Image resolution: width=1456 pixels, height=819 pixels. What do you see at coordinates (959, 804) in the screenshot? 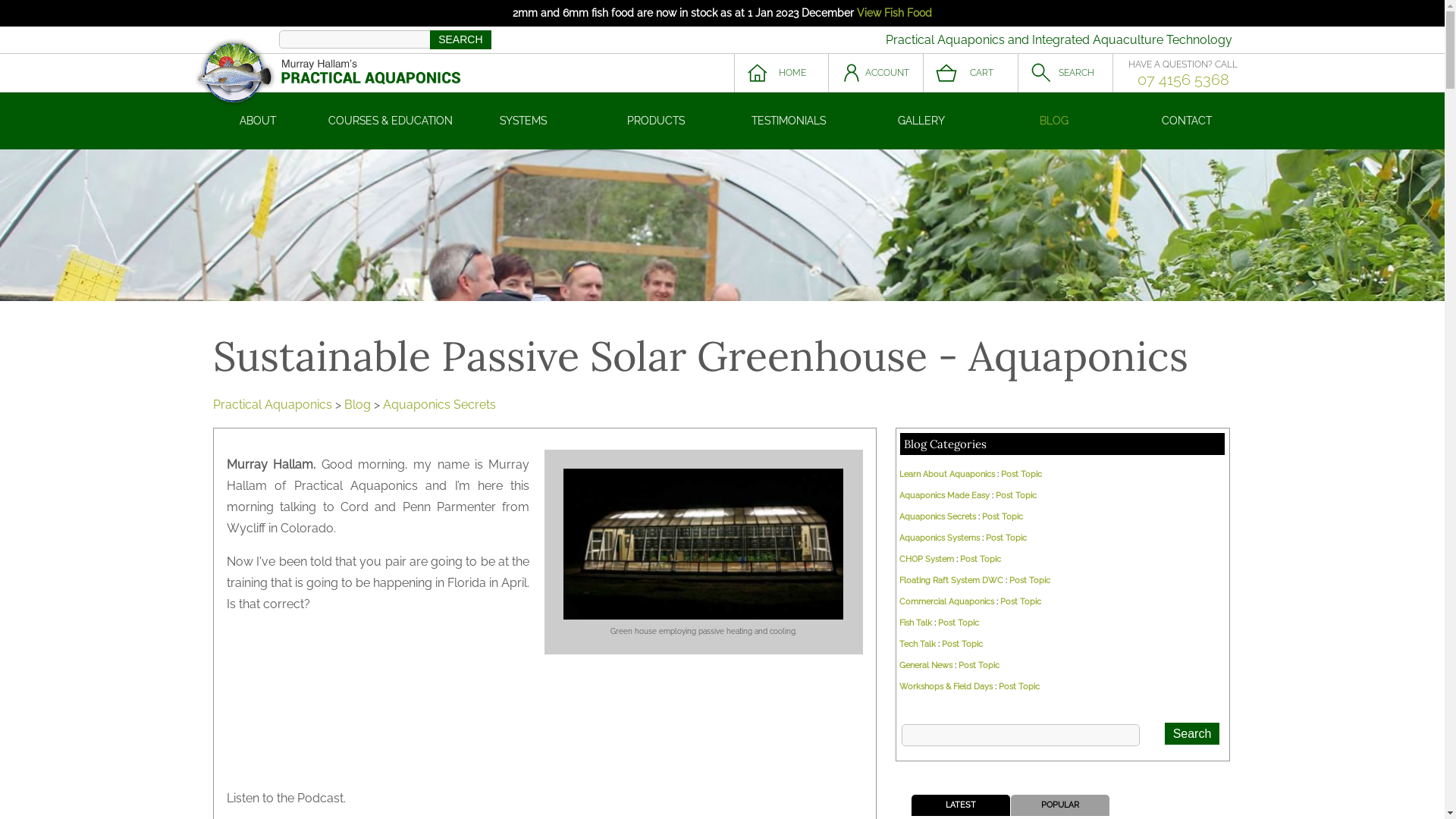
I see `'LATEST'` at bounding box center [959, 804].